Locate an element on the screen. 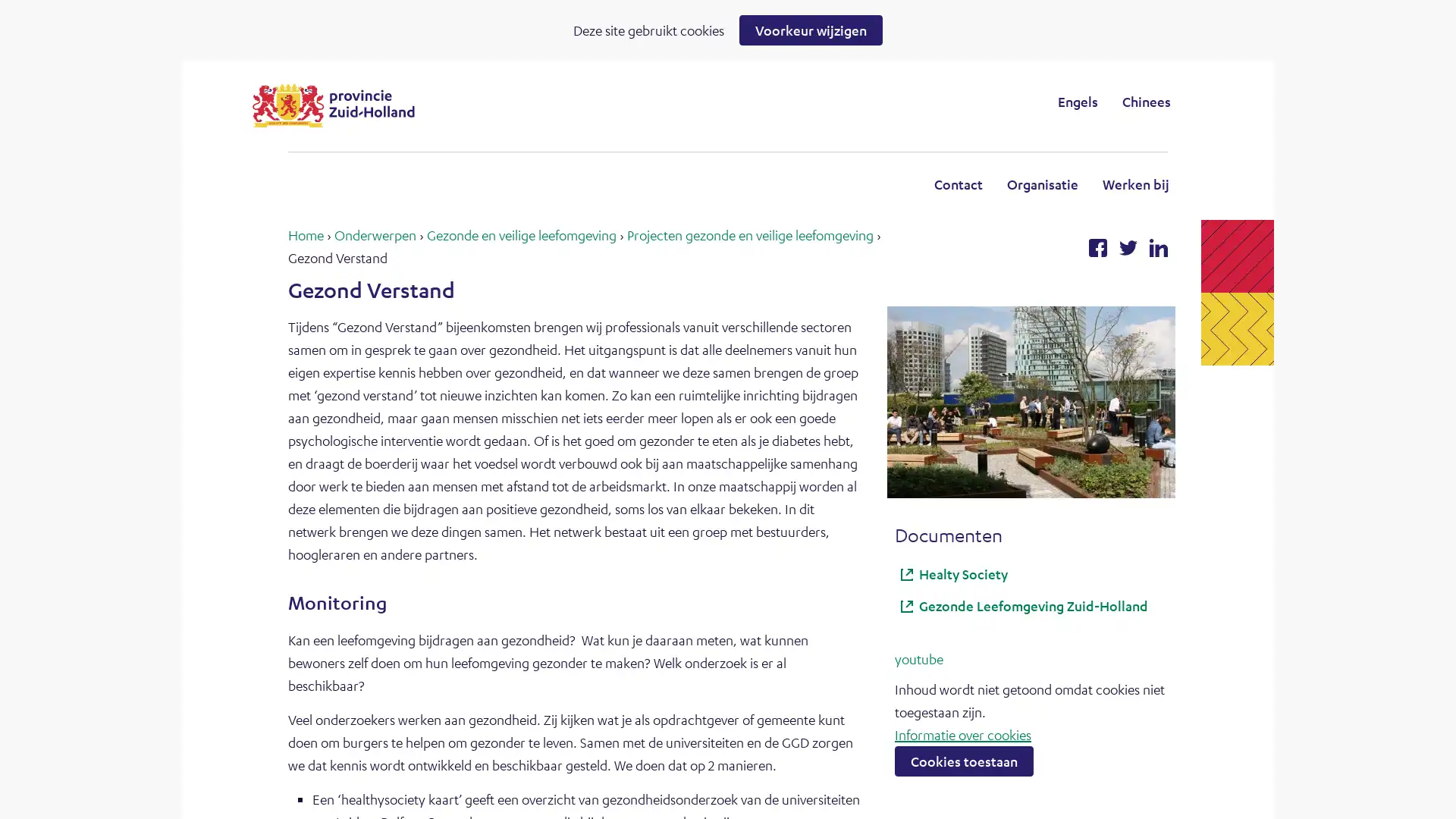 This screenshot has width=1456, height=819. Cookies toestaan is located at coordinates (963, 760).